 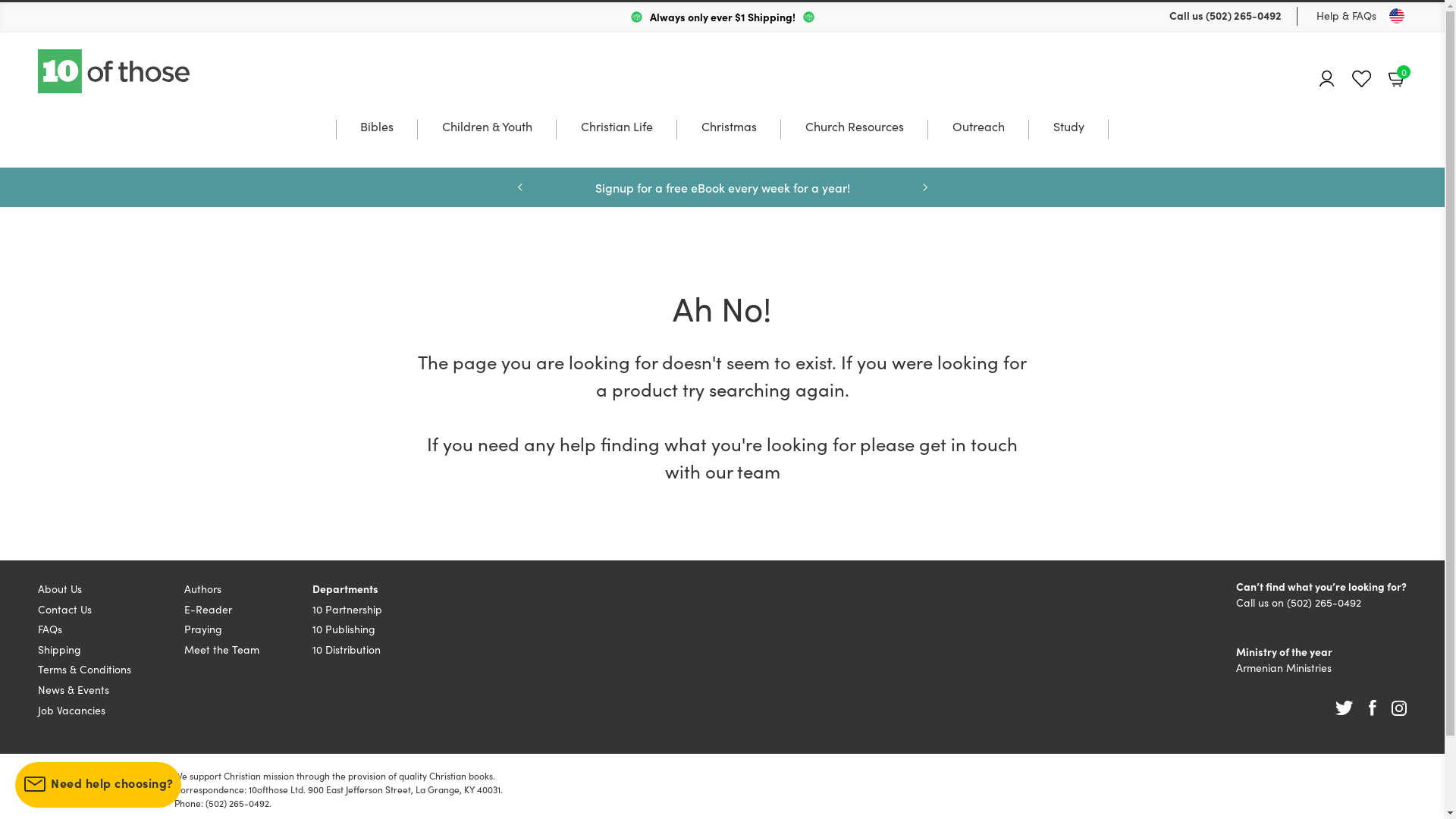 I want to click on 'Job Vacancies', so click(x=71, y=710).